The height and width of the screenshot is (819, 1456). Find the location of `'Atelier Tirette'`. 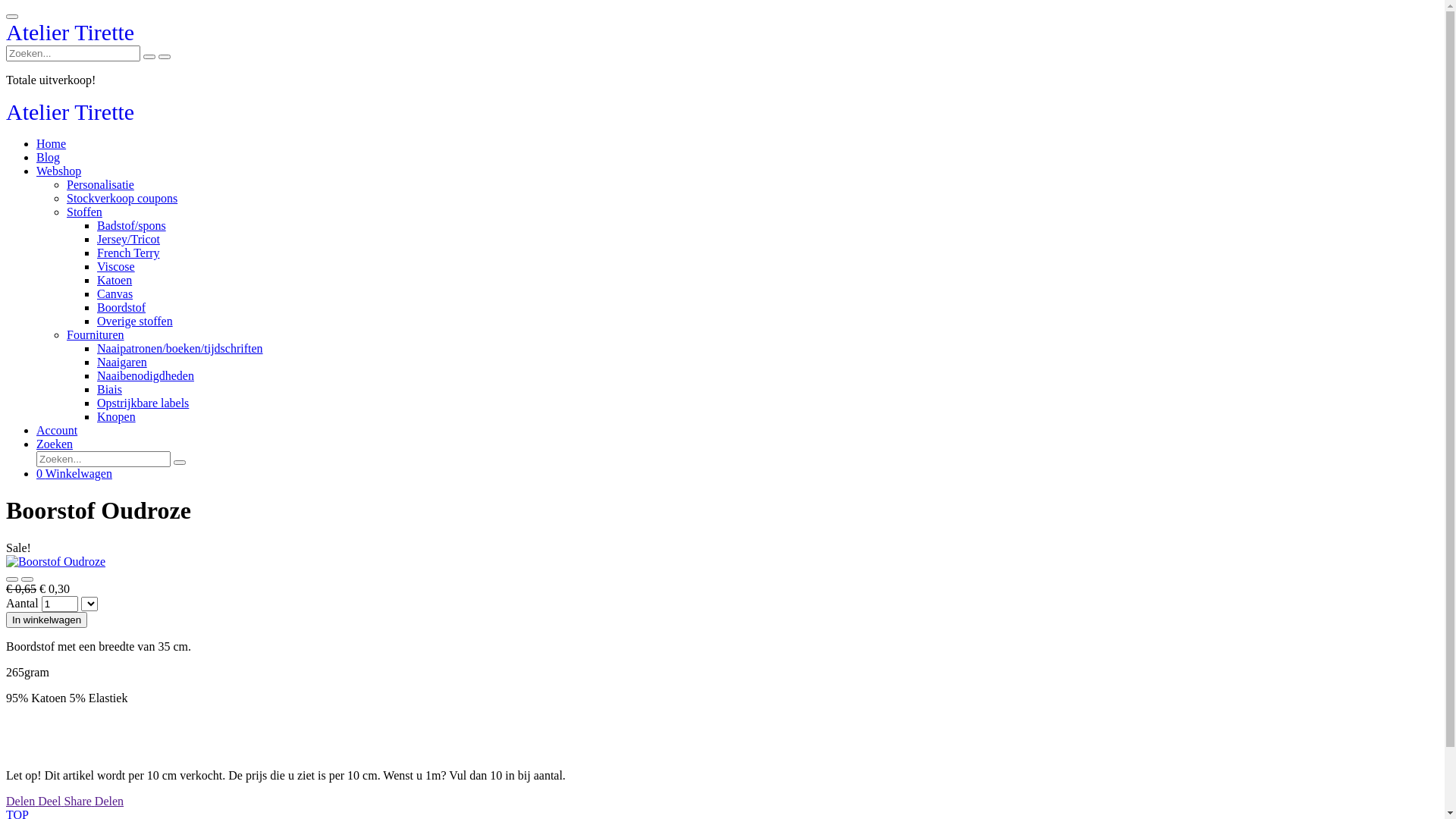

'Atelier Tirette' is located at coordinates (69, 35).